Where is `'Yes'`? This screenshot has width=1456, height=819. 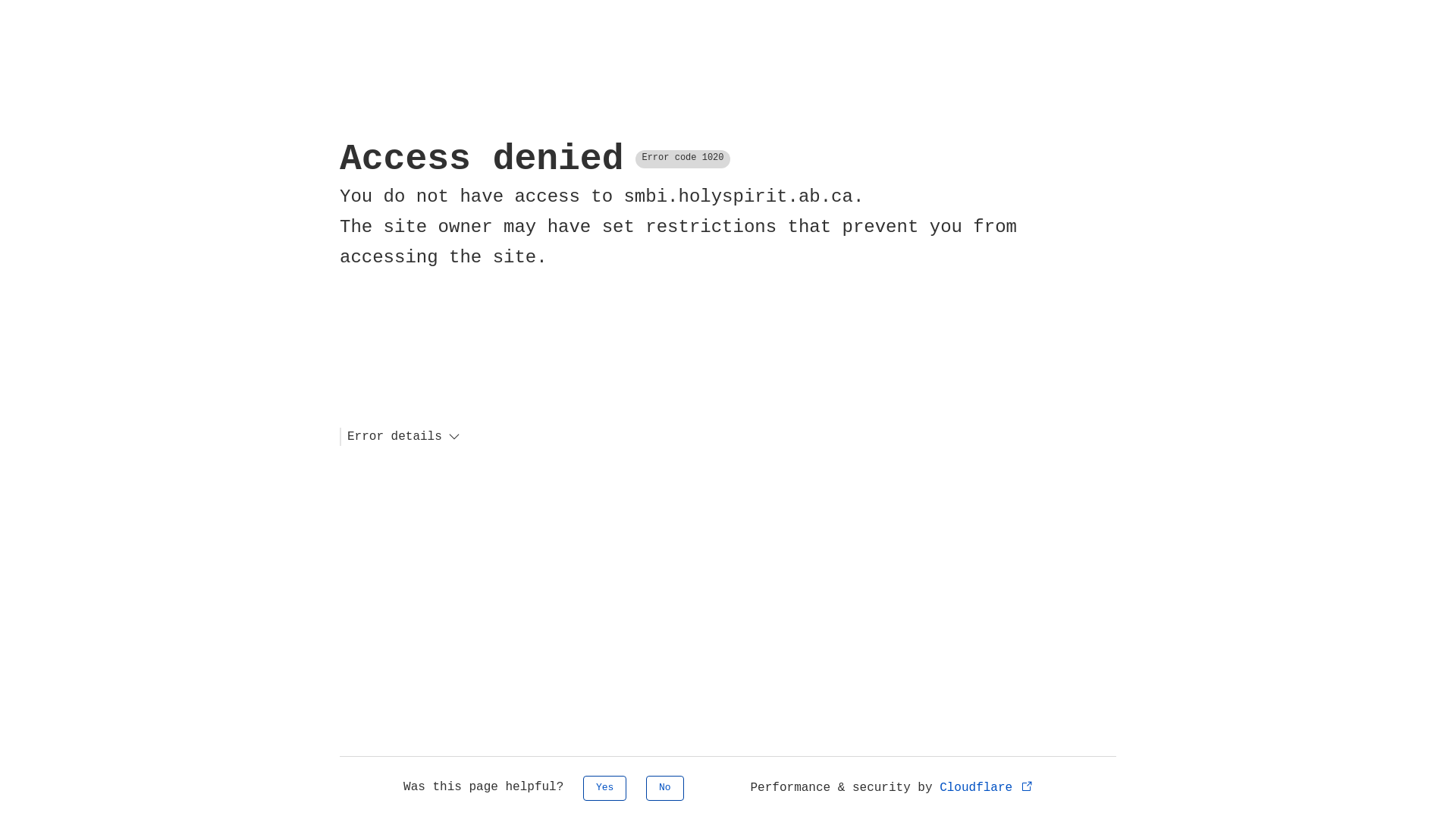
'Yes' is located at coordinates (604, 787).